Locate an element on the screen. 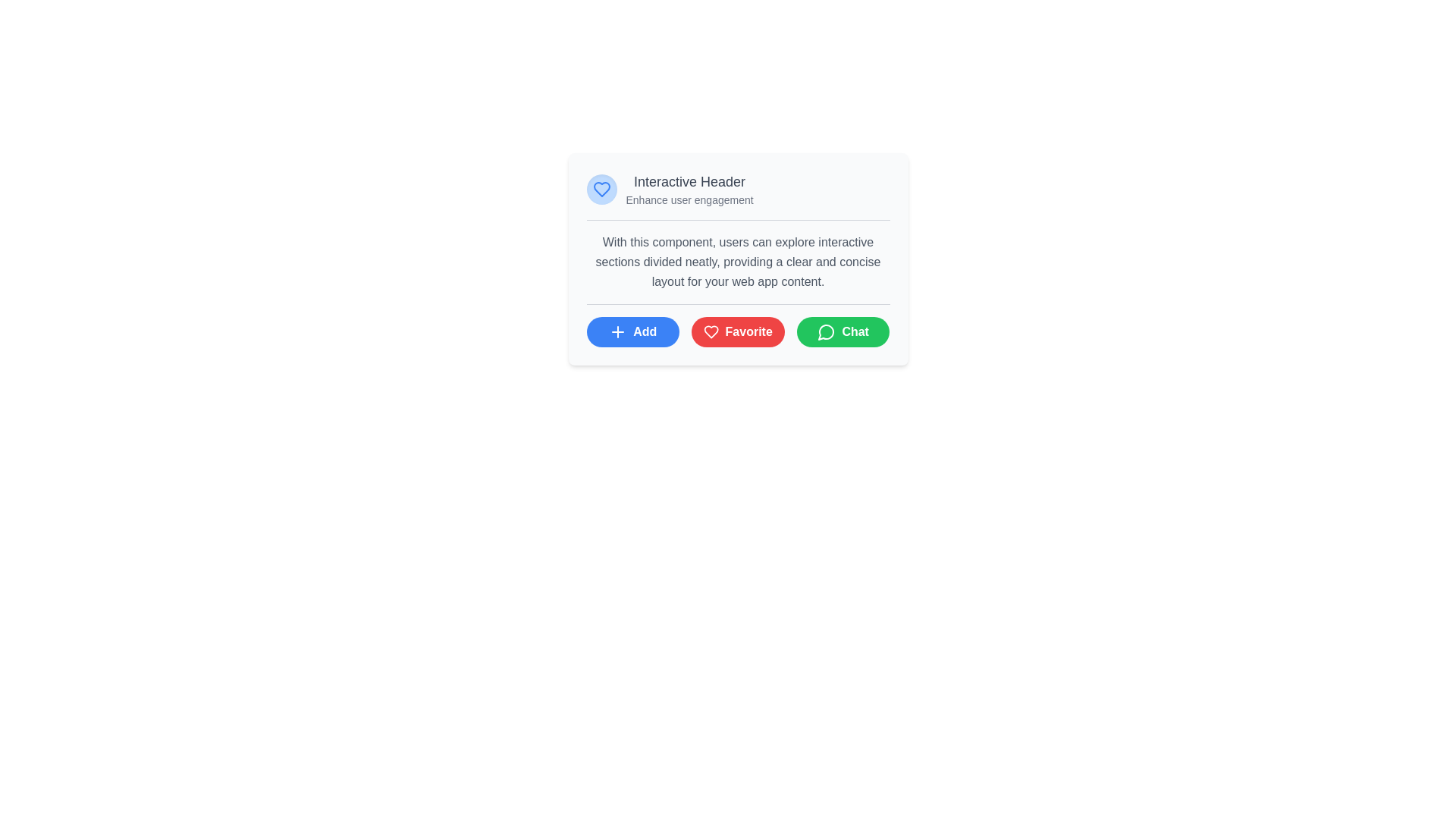  the favorite button, which is the second button among three horizontally aligned buttons is located at coordinates (738, 331).